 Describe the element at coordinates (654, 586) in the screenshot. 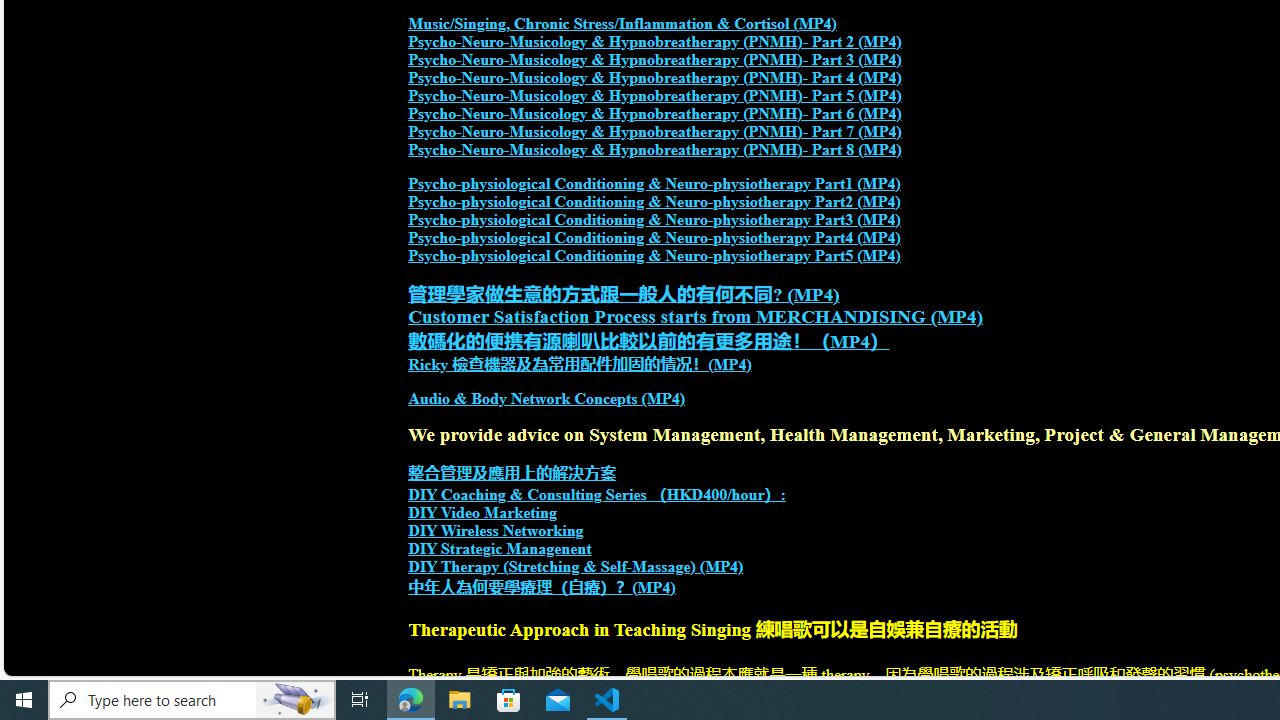

I see `'(MP4)'` at that location.